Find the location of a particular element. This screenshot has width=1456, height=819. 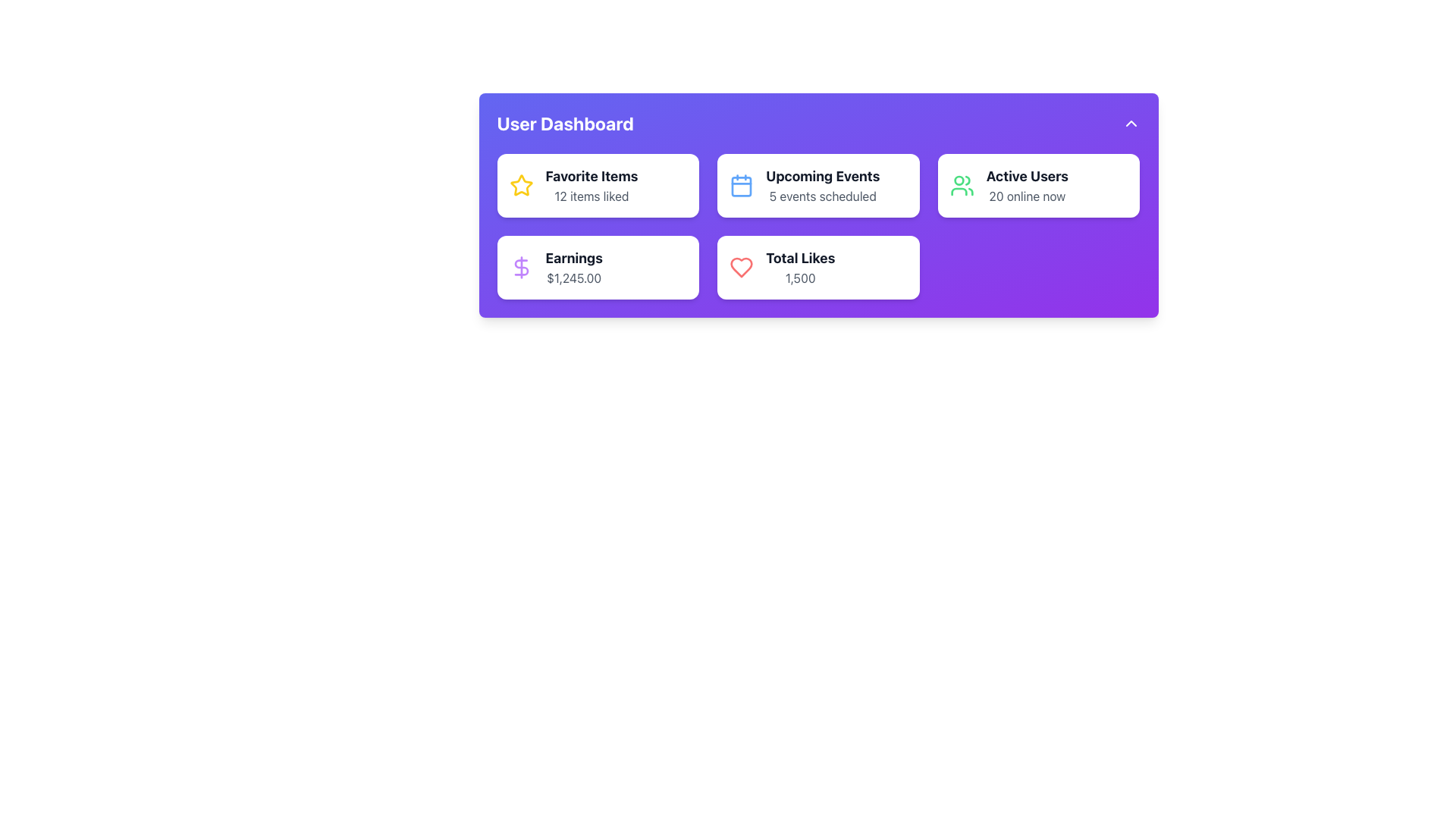

the Text Display Component showing 'Total Likes' and '1,500', located to the right of the red heart icon is located at coordinates (799, 267).